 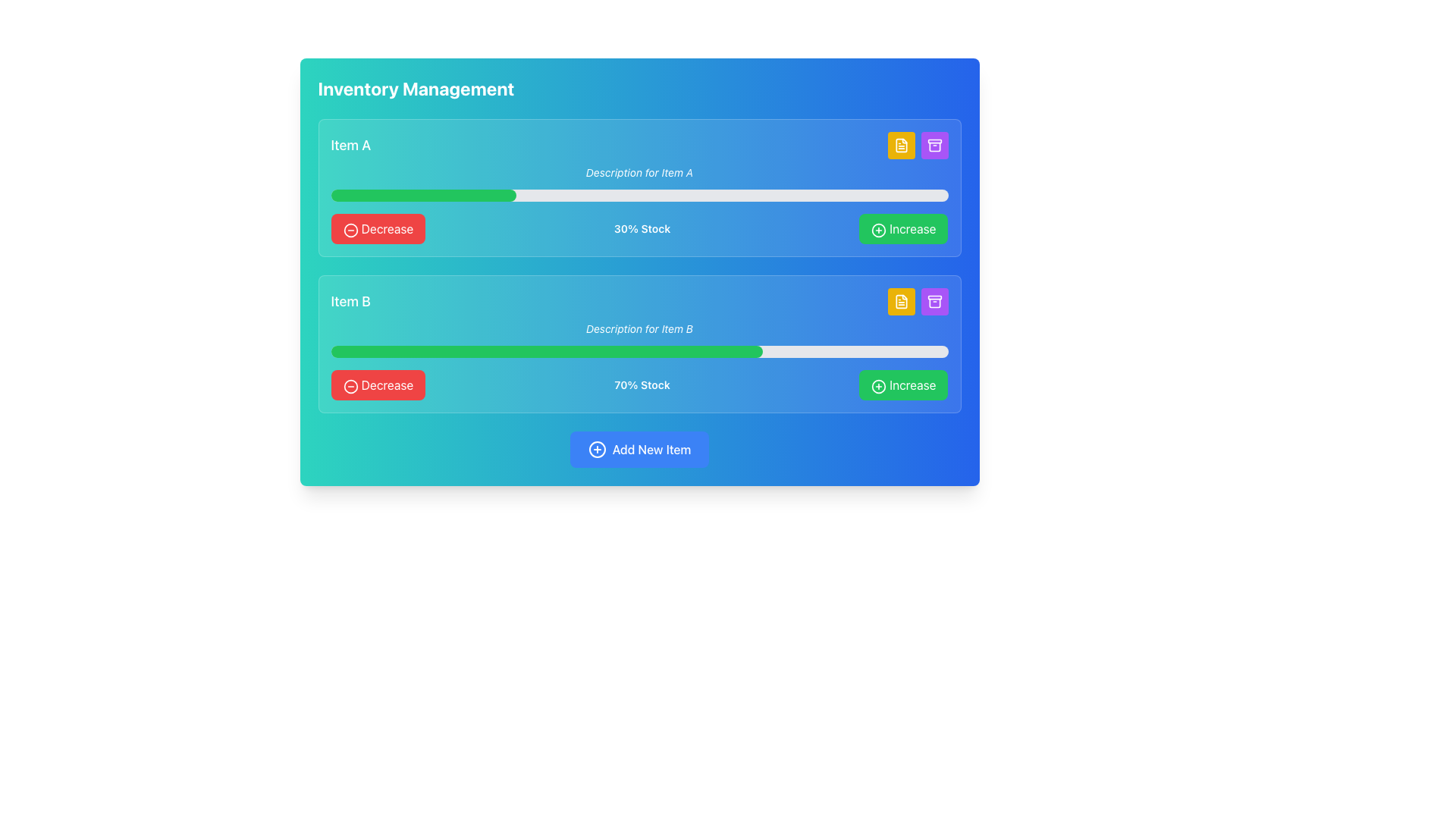 What do you see at coordinates (639, 195) in the screenshot?
I see `the progress bar located below the description text 'Description for Item A' and above the 'Decrease' and 'Increase' buttons, which visually indicates the percentage value of Item A's availability` at bounding box center [639, 195].